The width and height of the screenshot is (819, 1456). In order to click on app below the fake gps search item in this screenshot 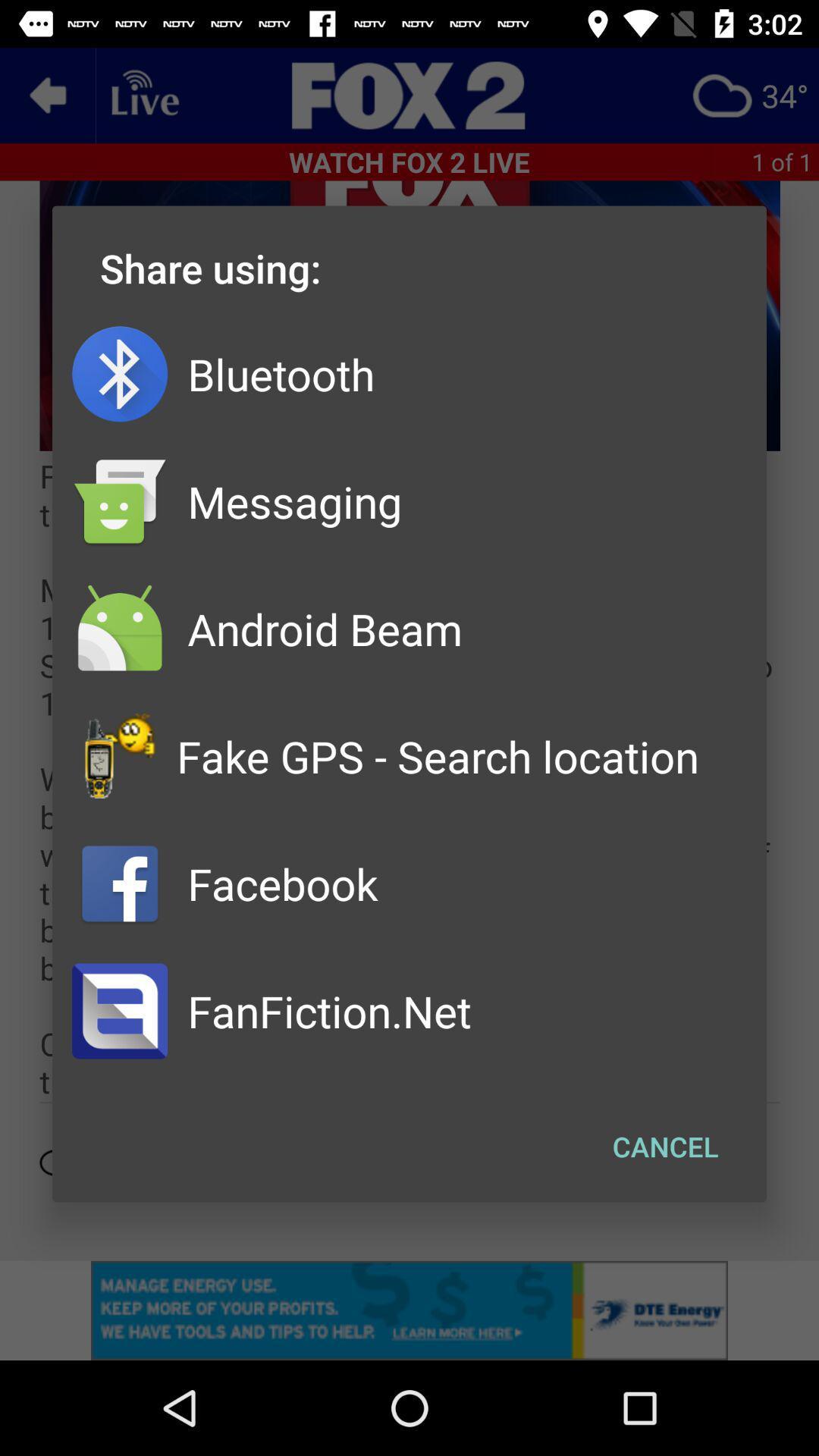, I will do `click(664, 1147)`.